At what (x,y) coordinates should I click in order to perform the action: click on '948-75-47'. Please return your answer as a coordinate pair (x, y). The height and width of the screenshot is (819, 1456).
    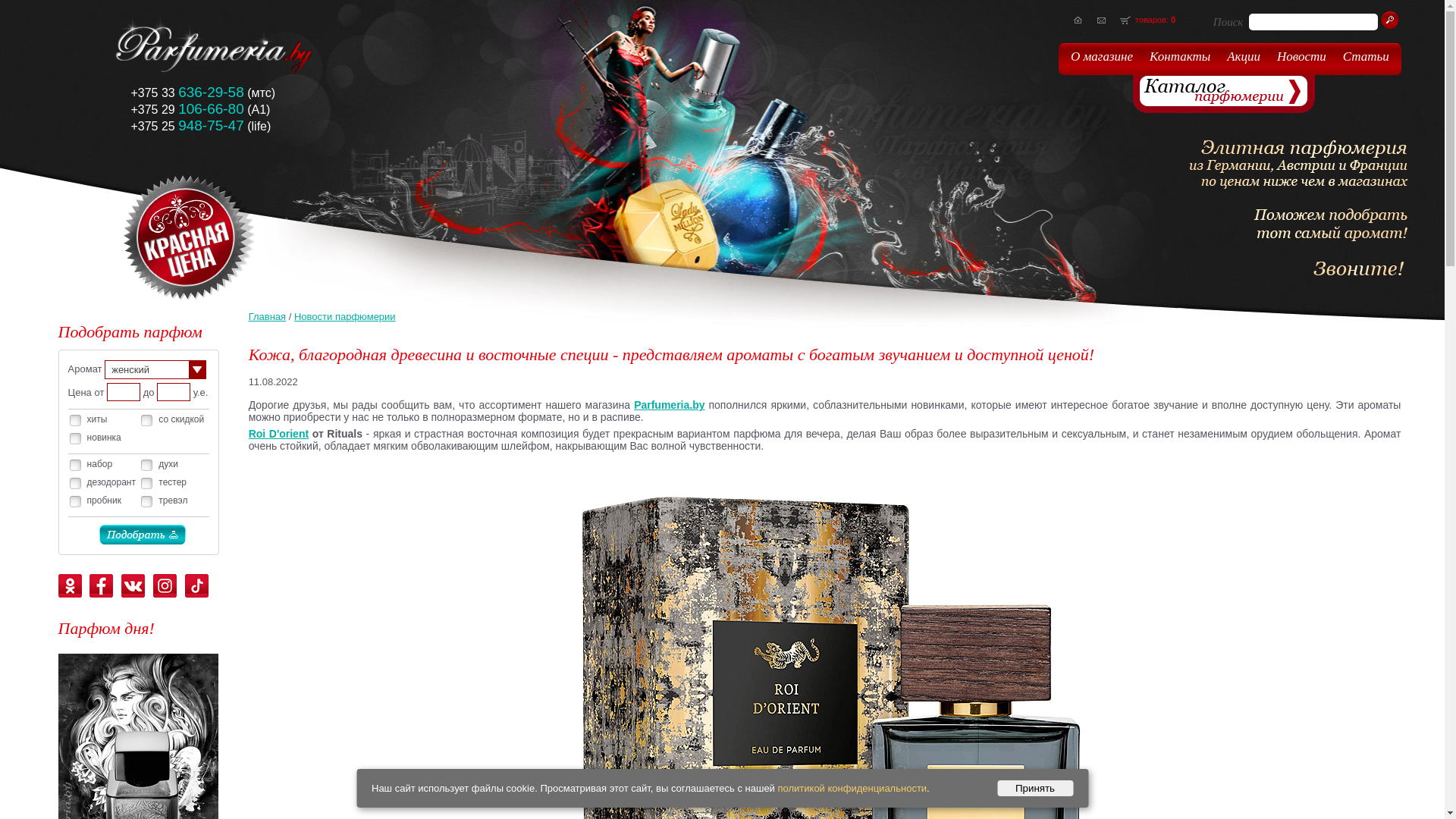
    Looking at the image, I should click on (210, 125).